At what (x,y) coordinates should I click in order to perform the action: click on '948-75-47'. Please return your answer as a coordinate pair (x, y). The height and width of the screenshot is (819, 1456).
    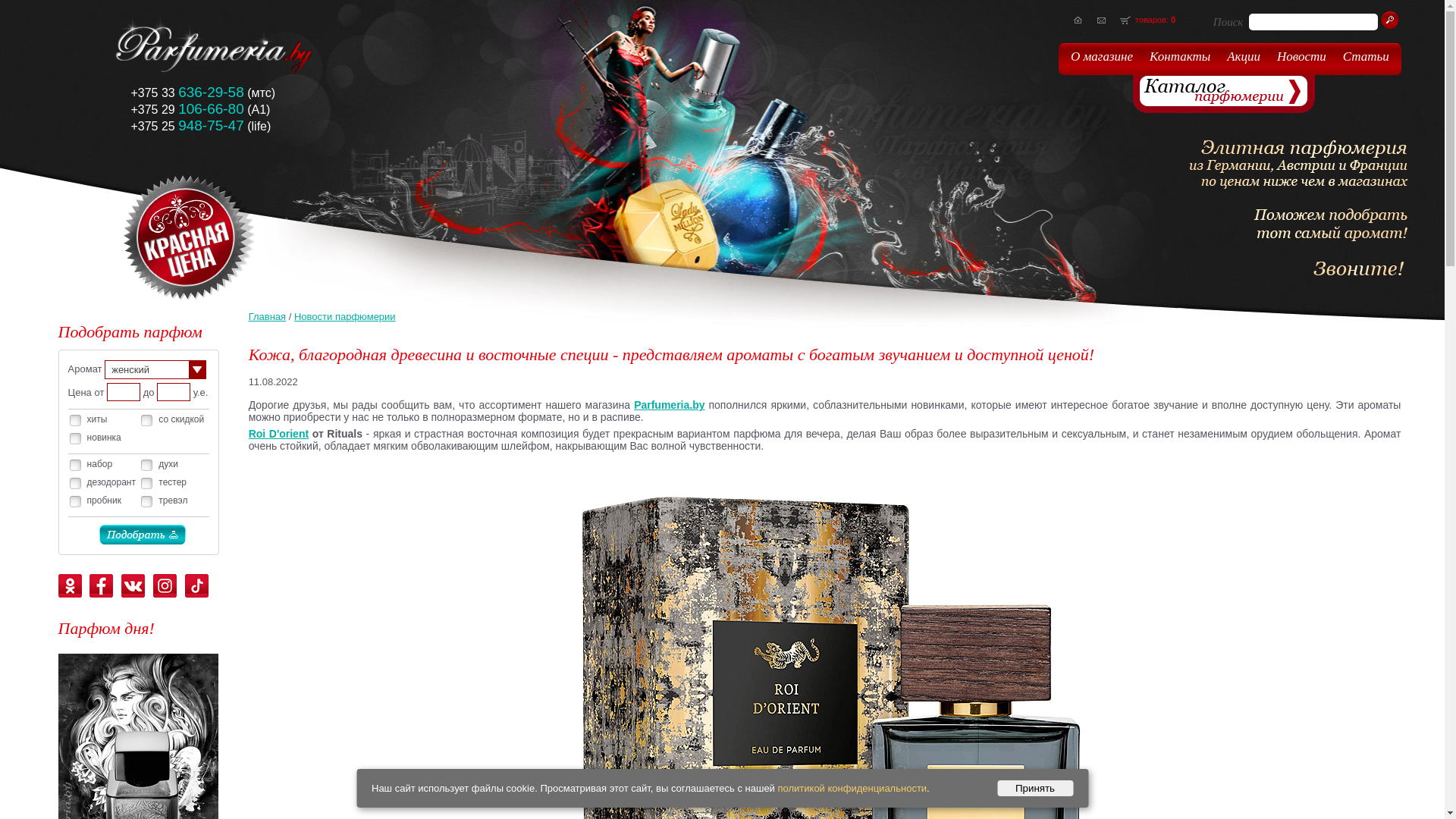
    Looking at the image, I should click on (210, 125).